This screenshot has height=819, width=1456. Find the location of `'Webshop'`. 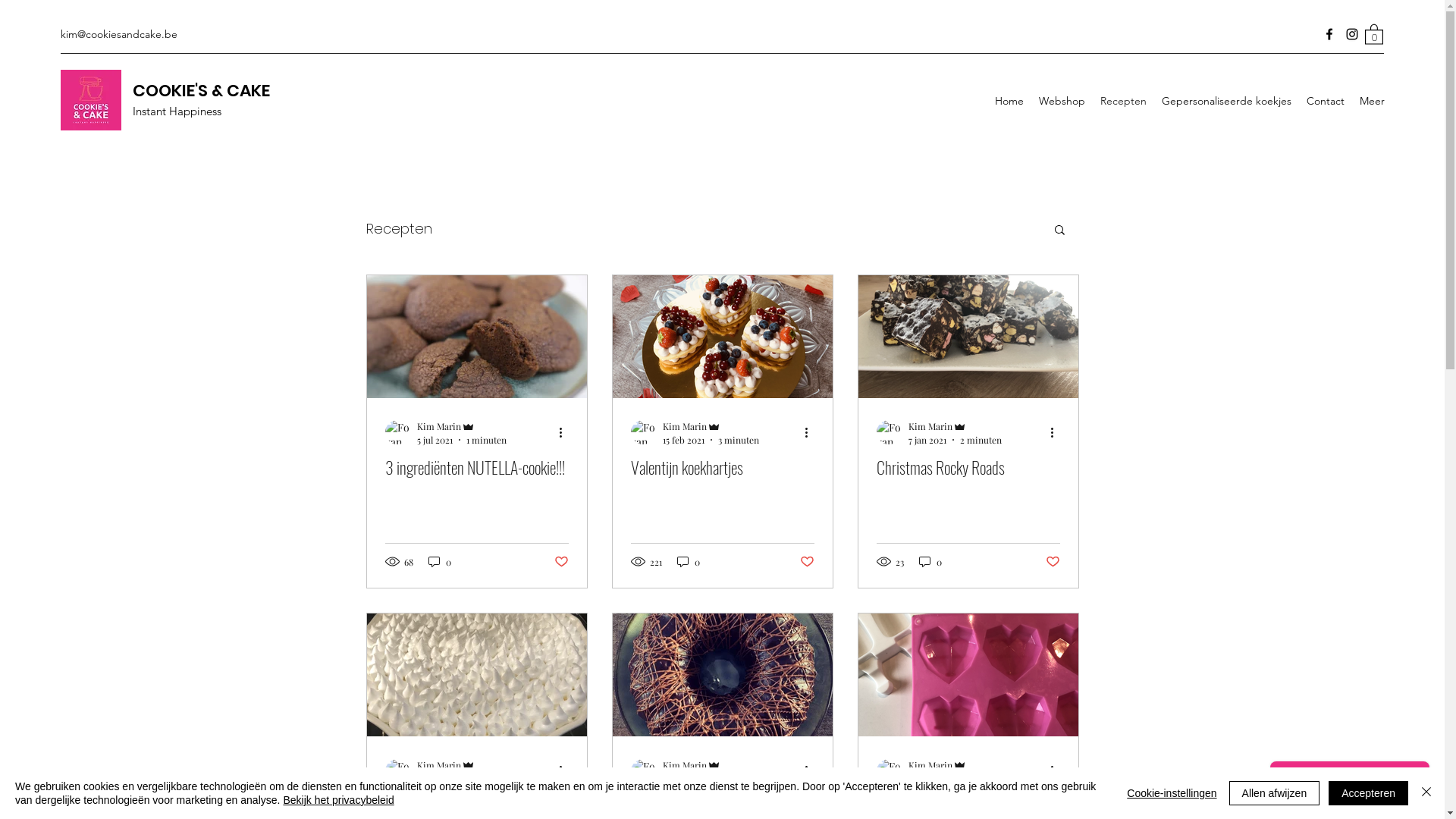

'Webshop' is located at coordinates (1031, 100).